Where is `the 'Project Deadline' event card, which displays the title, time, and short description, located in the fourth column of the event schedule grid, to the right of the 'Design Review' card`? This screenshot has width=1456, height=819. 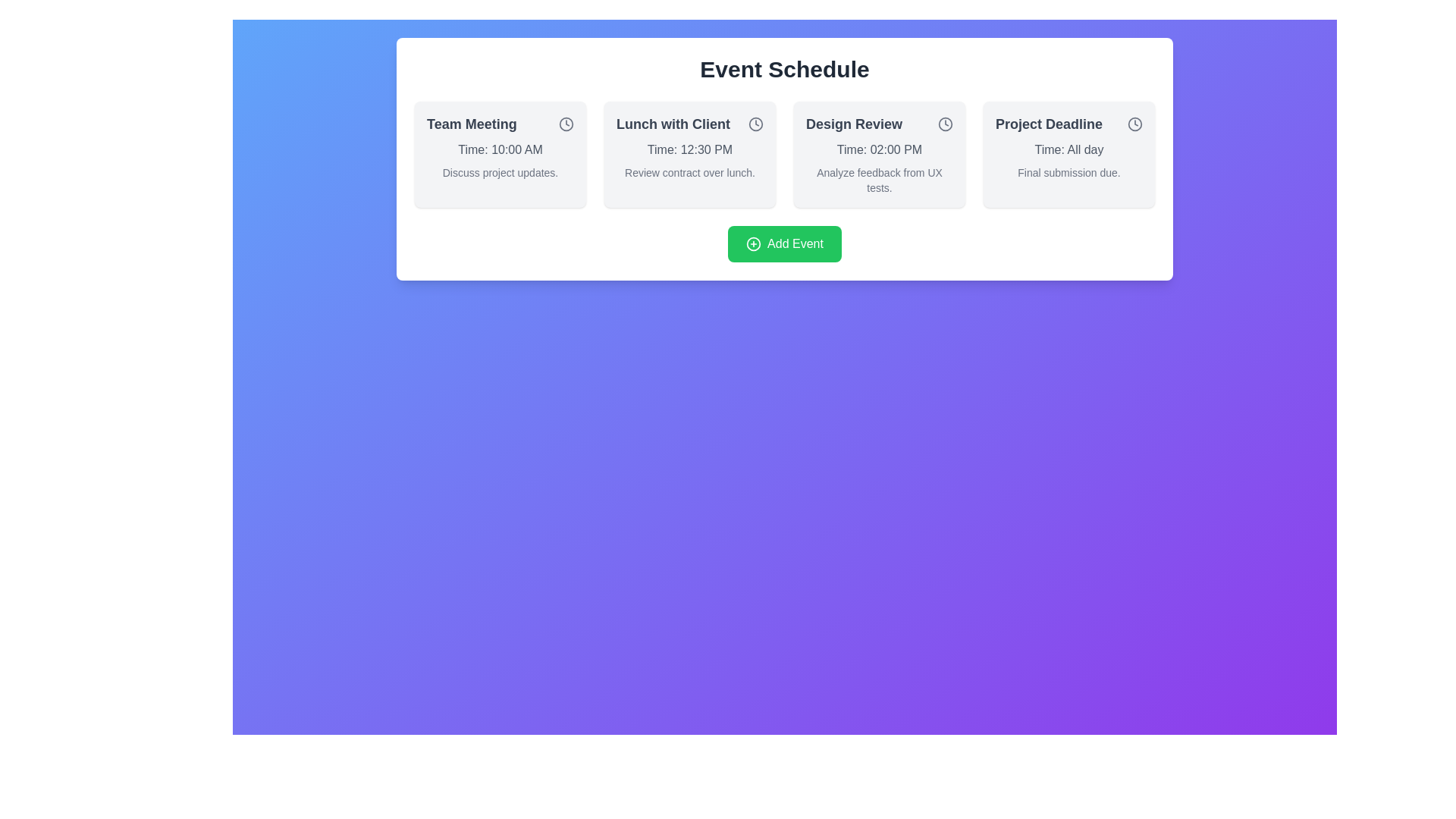 the 'Project Deadline' event card, which displays the title, time, and short description, located in the fourth column of the event schedule grid, to the right of the 'Design Review' card is located at coordinates (1068, 155).